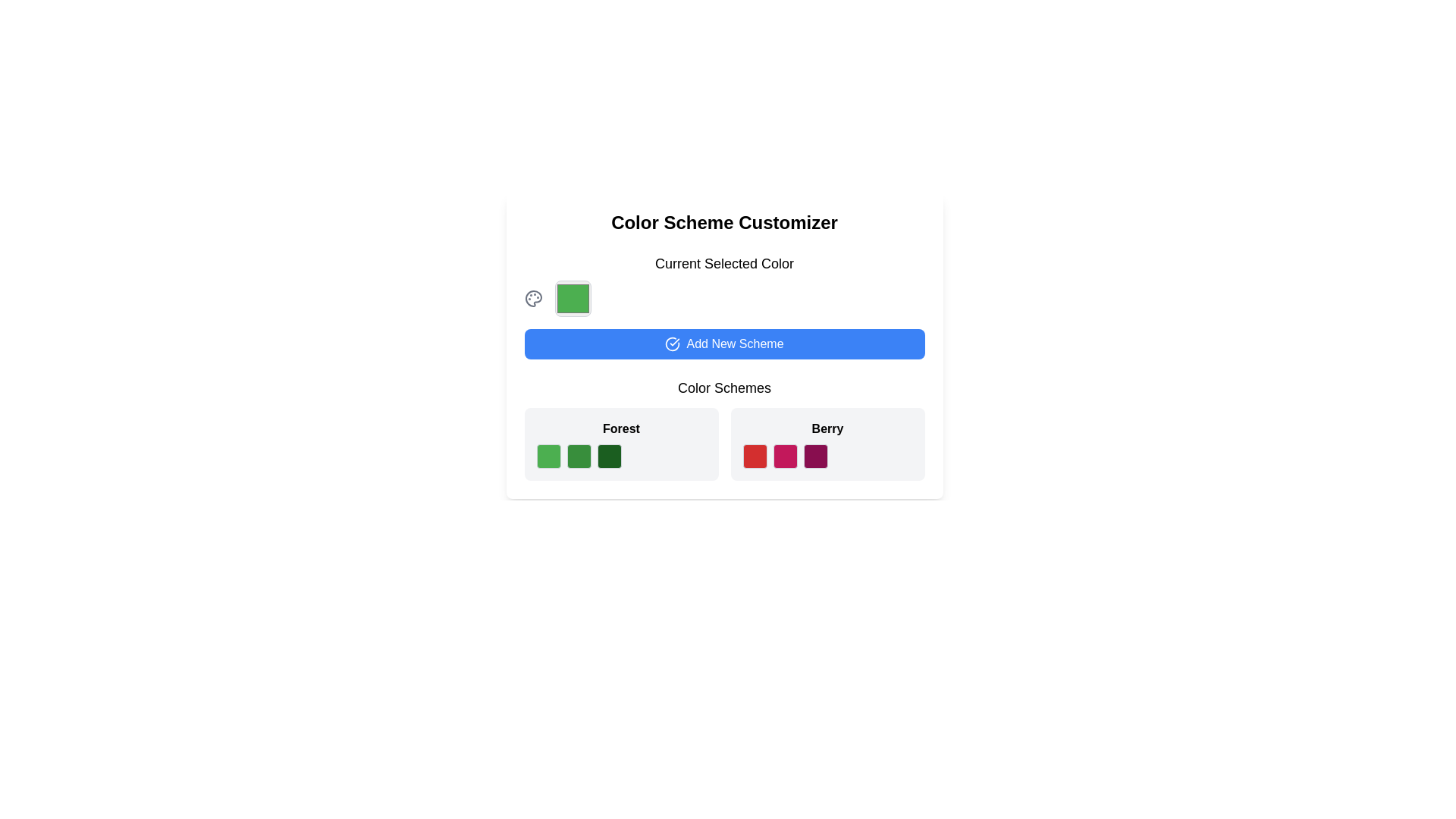 Image resolution: width=1456 pixels, height=819 pixels. I want to click on the first square color picker representing a light green color in the 'Forest' color scheme section, so click(548, 455).